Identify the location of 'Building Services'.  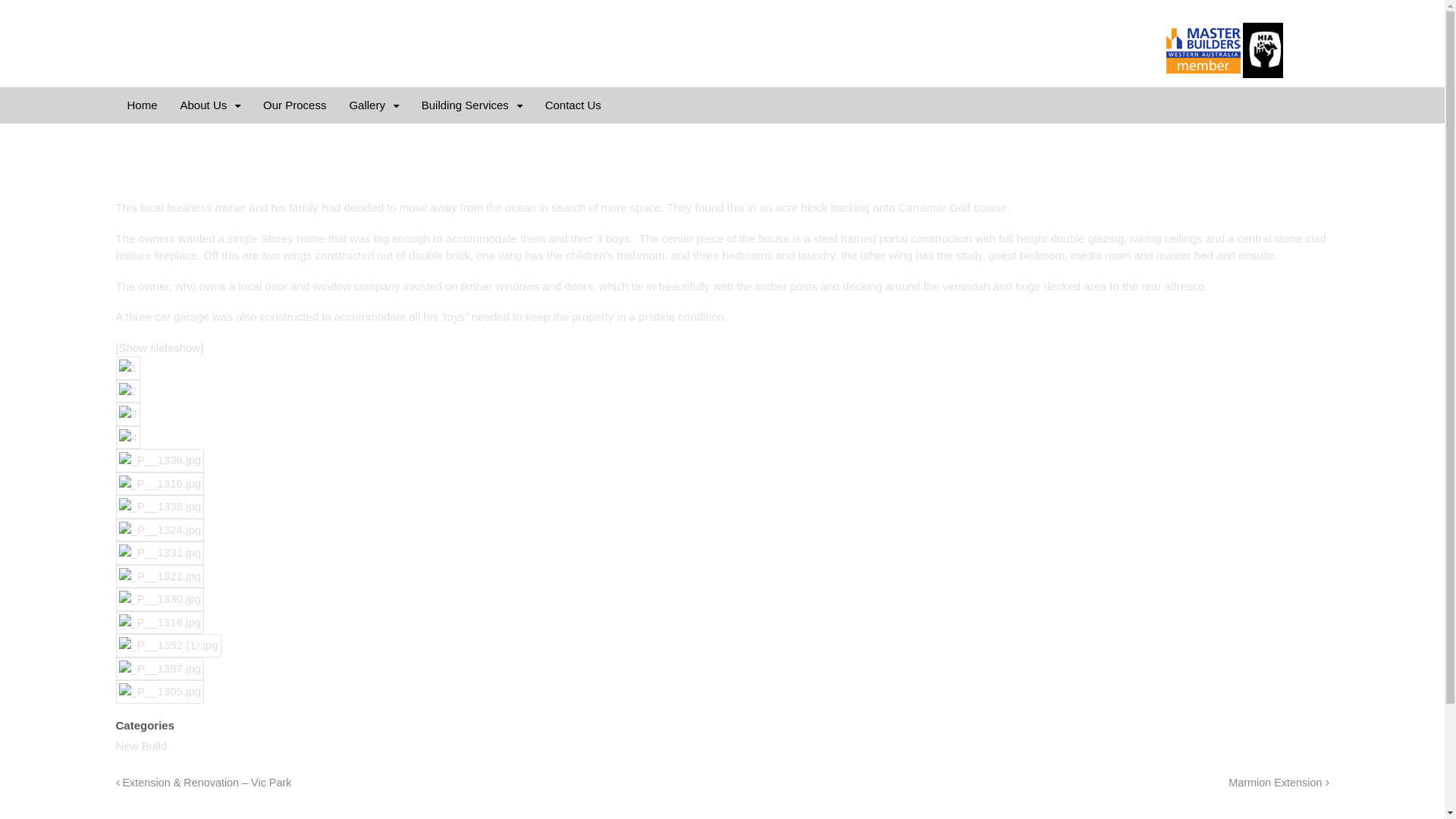
(471, 104).